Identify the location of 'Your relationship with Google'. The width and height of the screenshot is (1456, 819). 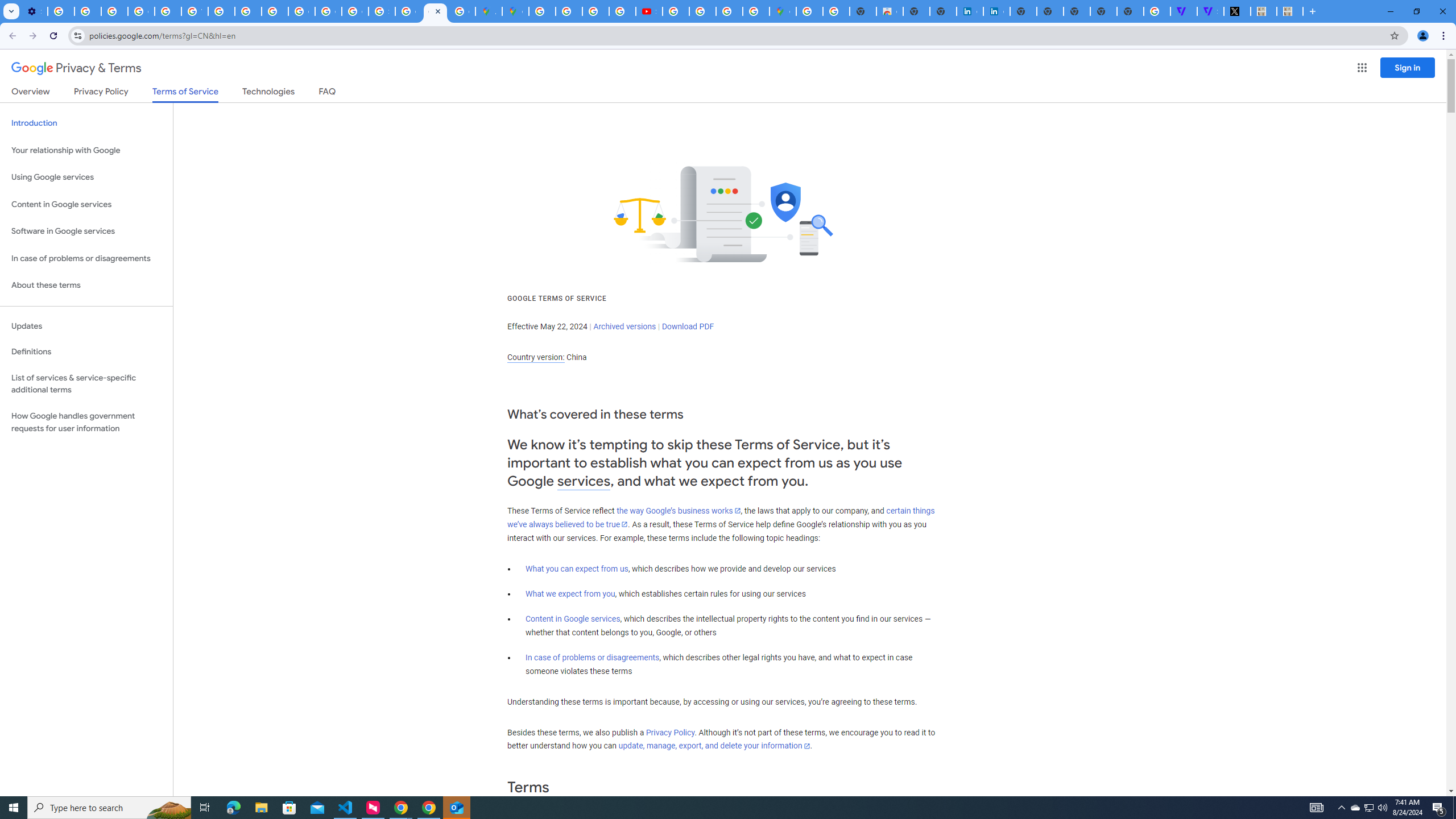
(86, 150).